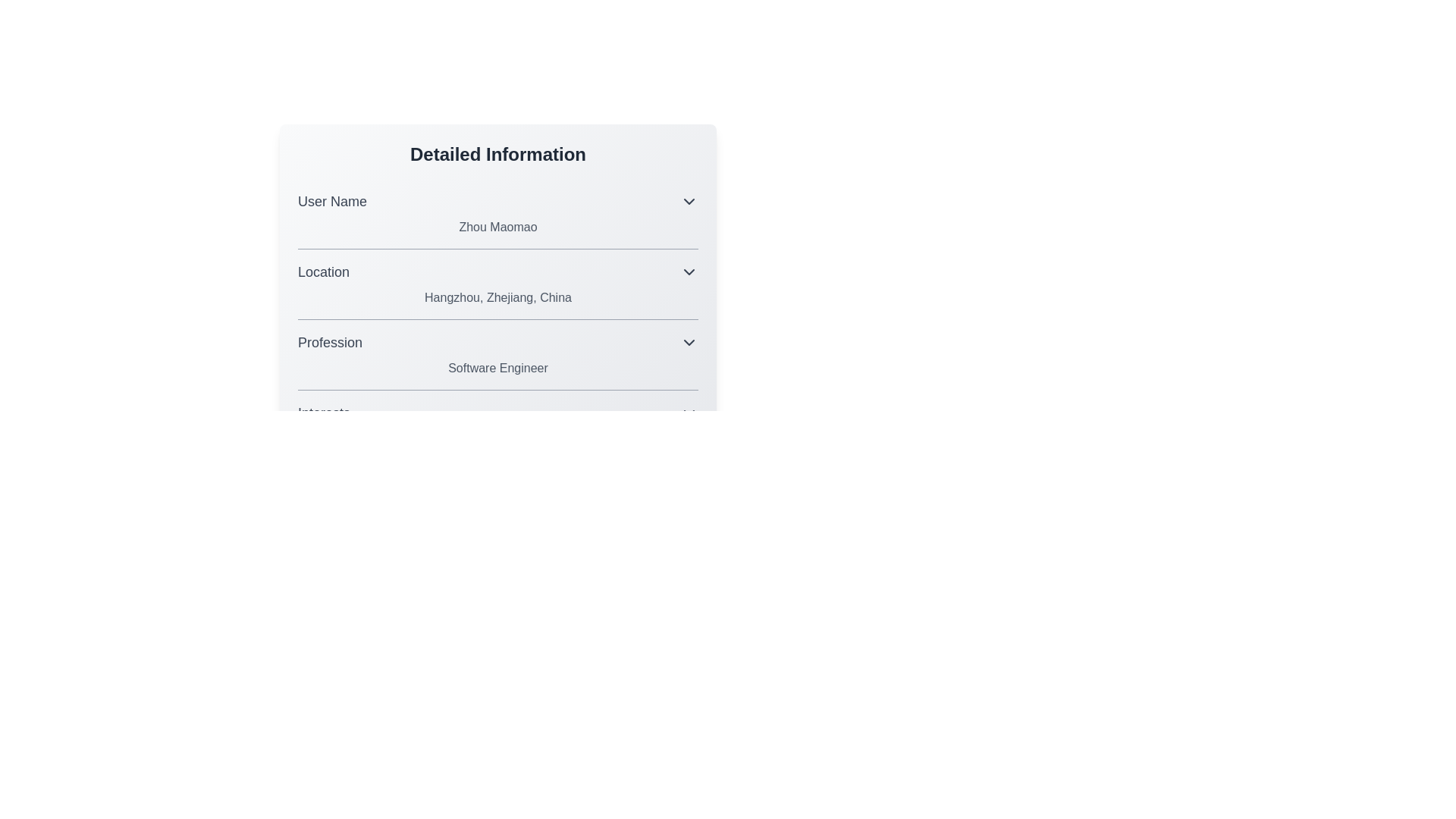  I want to click on the downward-facing chevron arrow icon representing the dropdown menu indicator, so click(688, 271).